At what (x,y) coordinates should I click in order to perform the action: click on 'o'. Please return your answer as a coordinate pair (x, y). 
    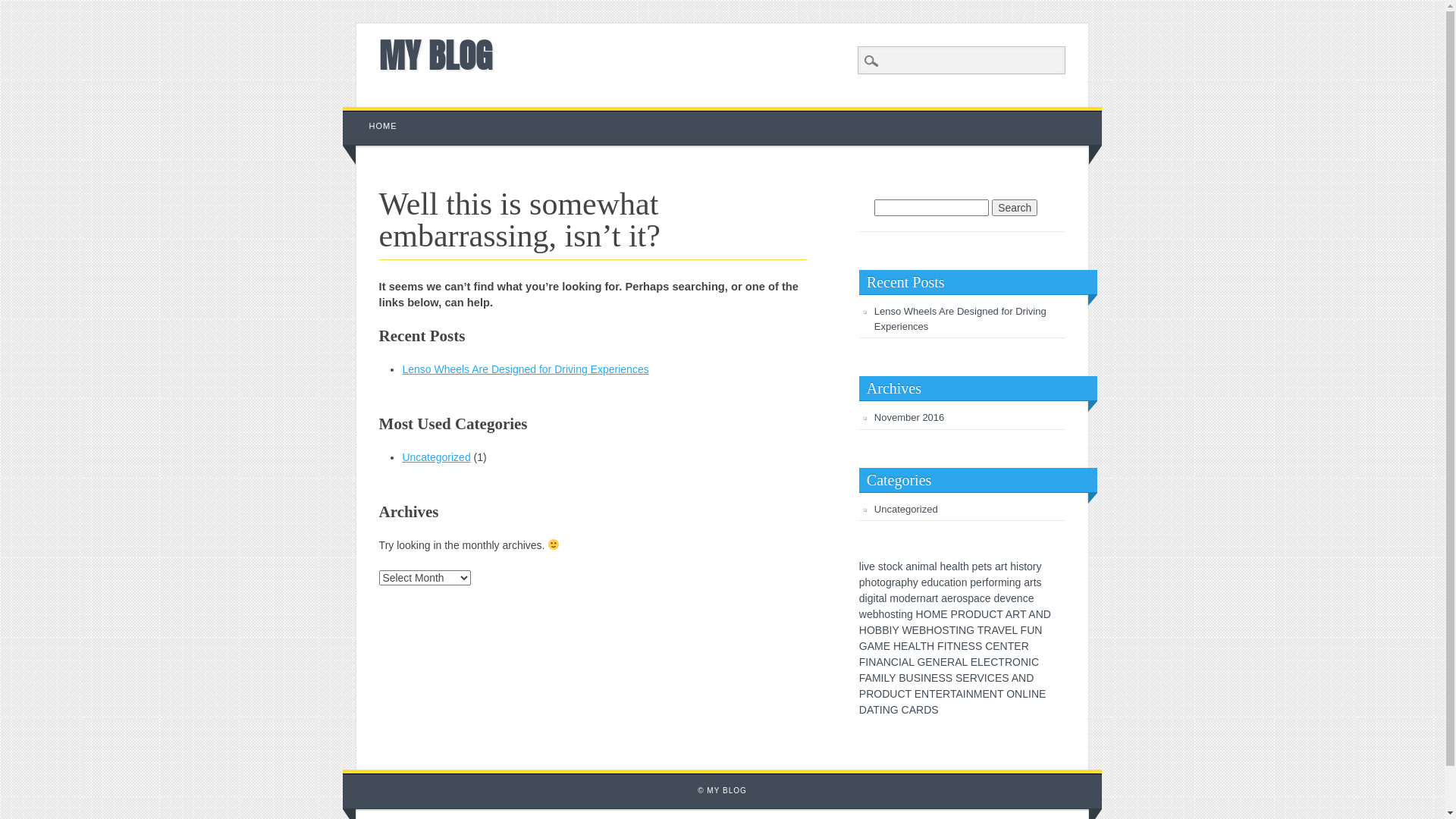
    Looking at the image, I should click on (882, 581).